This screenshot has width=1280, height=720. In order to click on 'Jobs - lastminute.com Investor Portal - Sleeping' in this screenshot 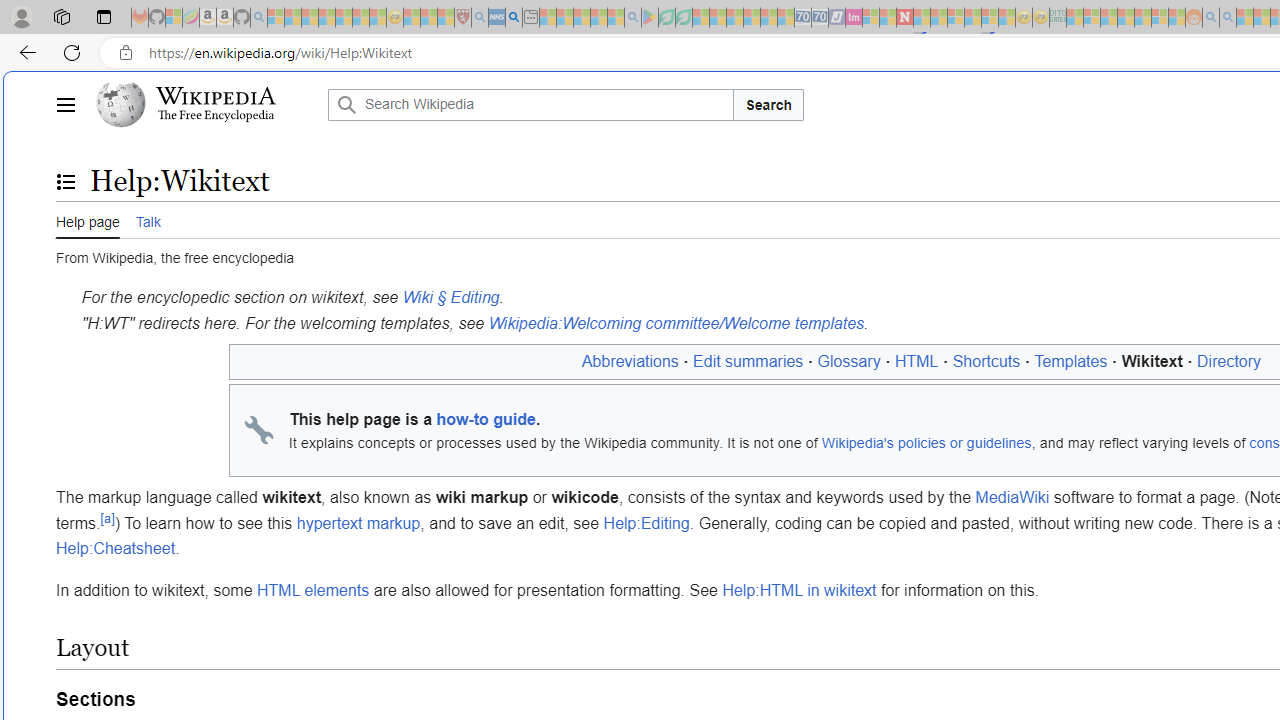, I will do `click(853, 17)`.